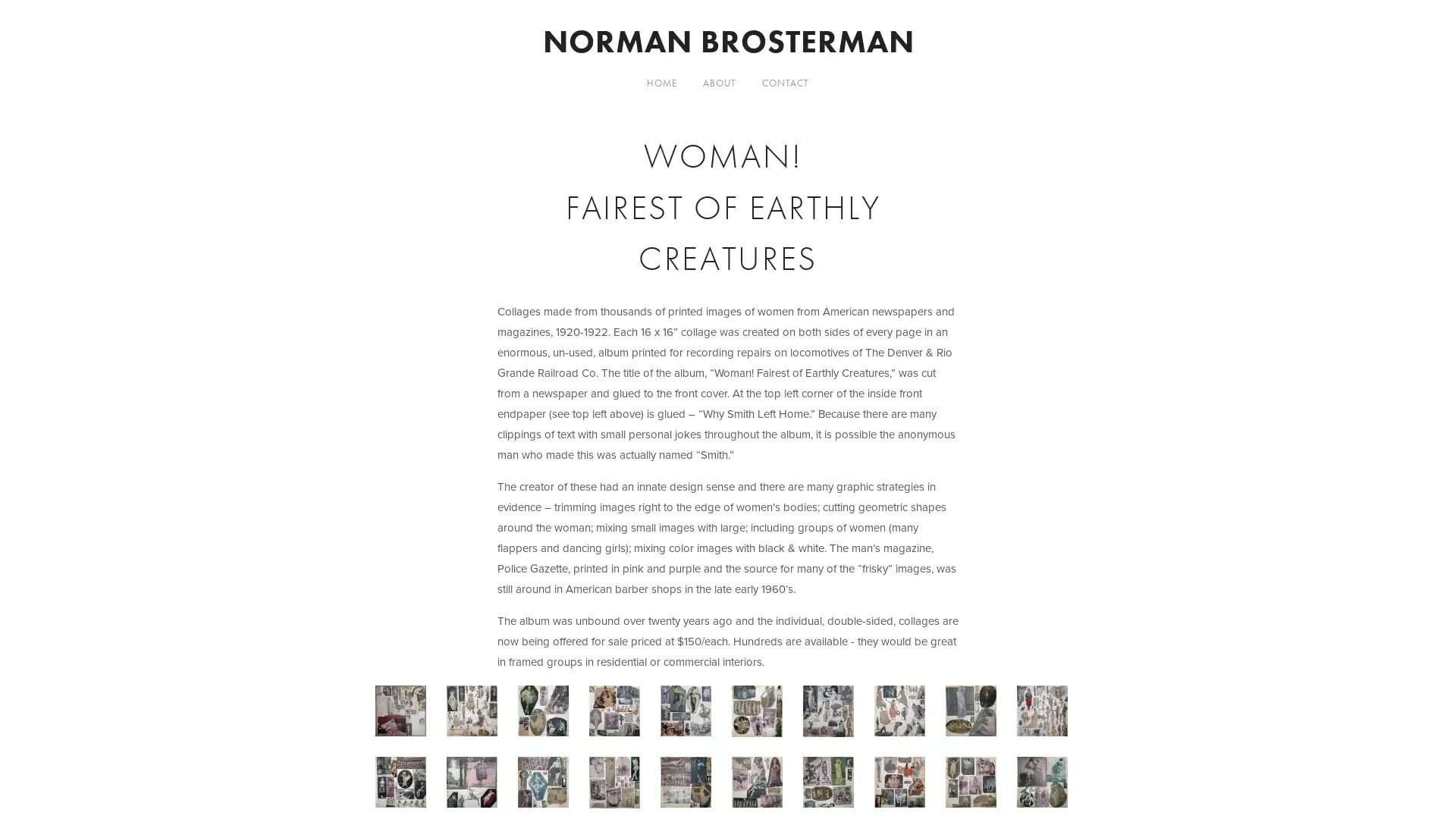 The image size is (1456, 819). Describe the element at coordinates (764, 717) in the screenshot. I see `View fullsize Smith 40.jpg` at that location.